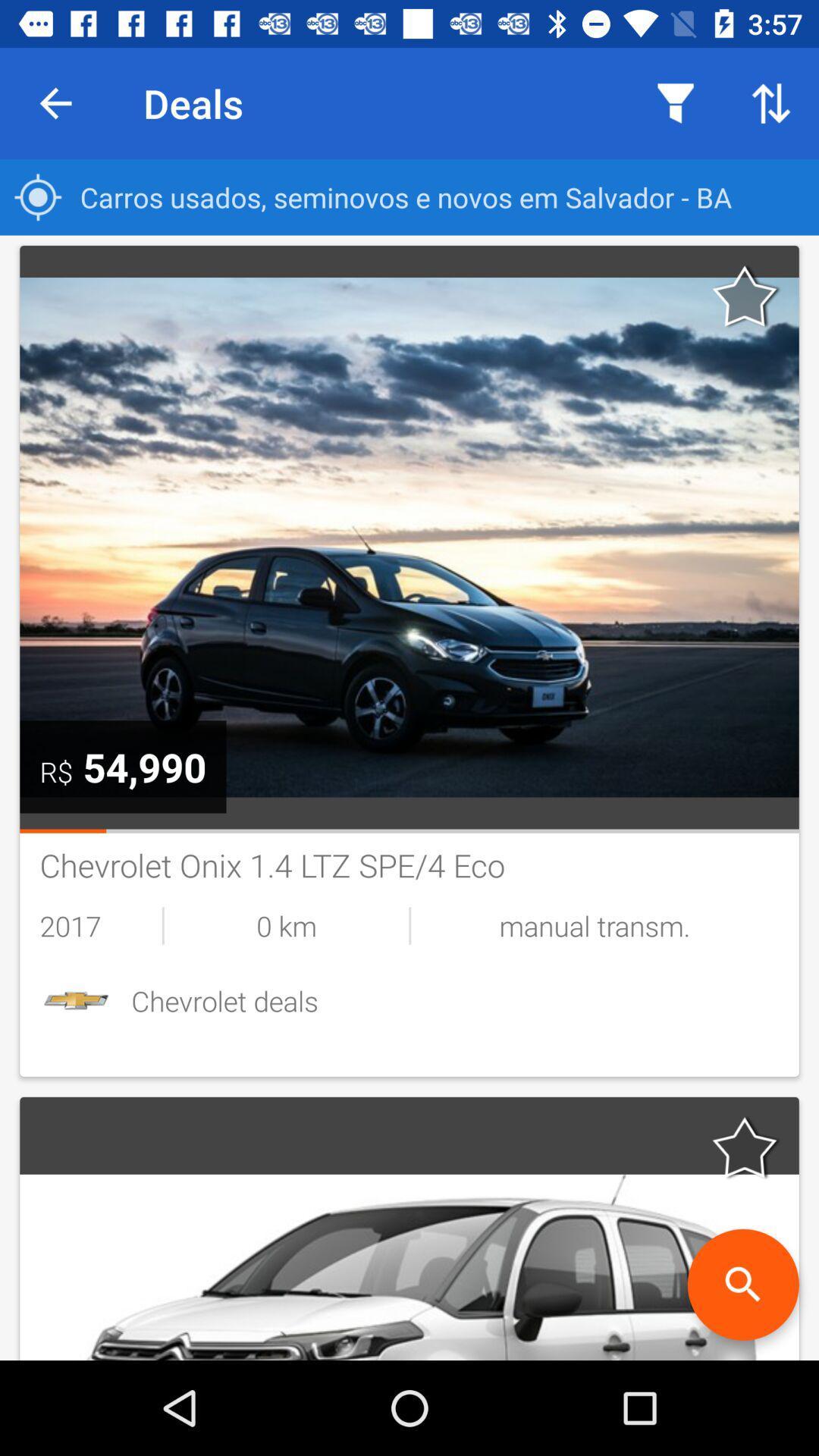 The image size is (819, 1456). What do you see at coordinates (771, 102) in the screenshot?
I see `the icon above the carros usados seminovos icon` at bounding box center [771, 102].